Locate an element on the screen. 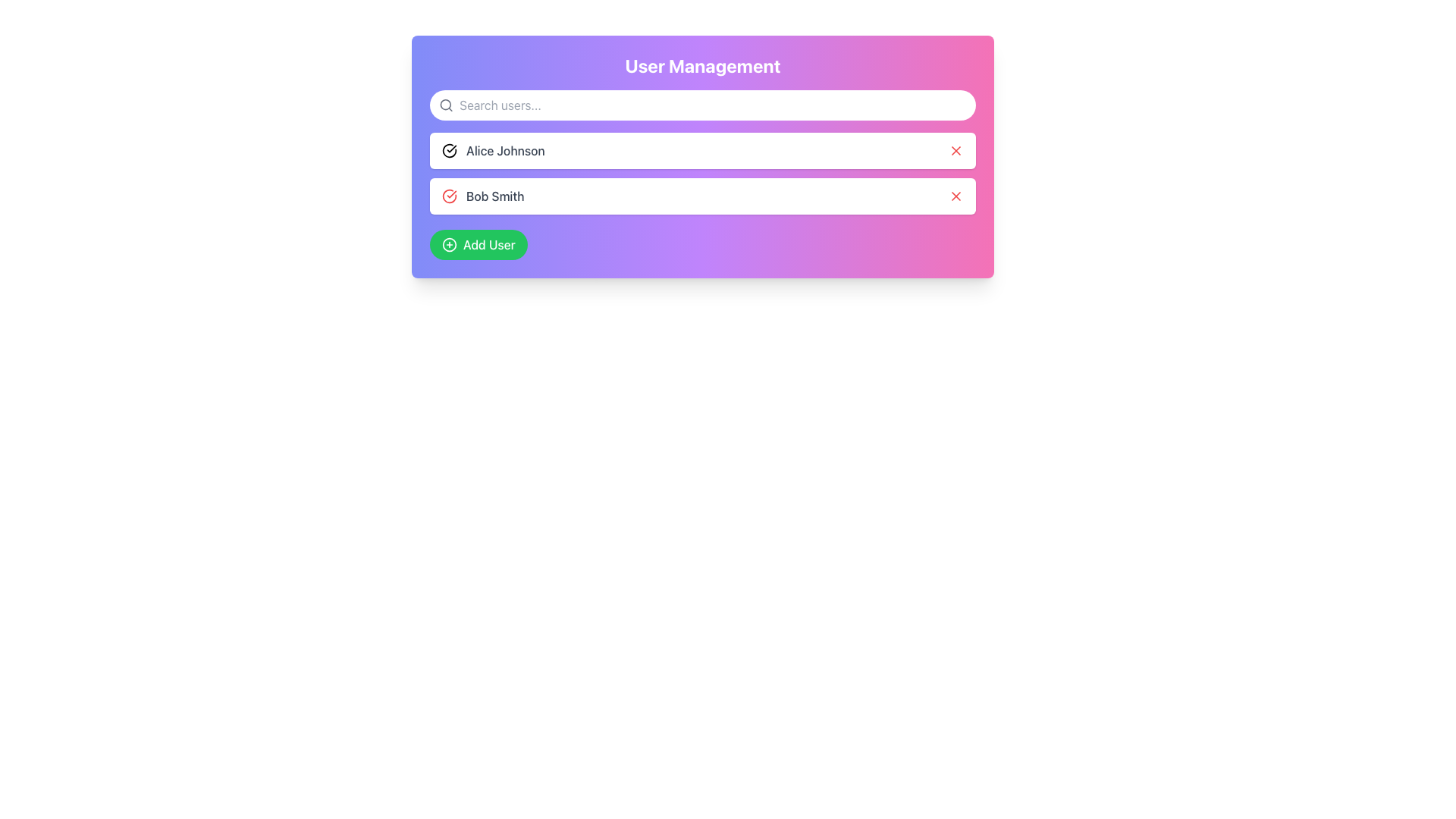 The width and height of the screenshot is (1456, 819). the circular icon with a green outline and a check mark in the center, located to the left of 'Alice Johnson' is located at coordinates (449, 151).